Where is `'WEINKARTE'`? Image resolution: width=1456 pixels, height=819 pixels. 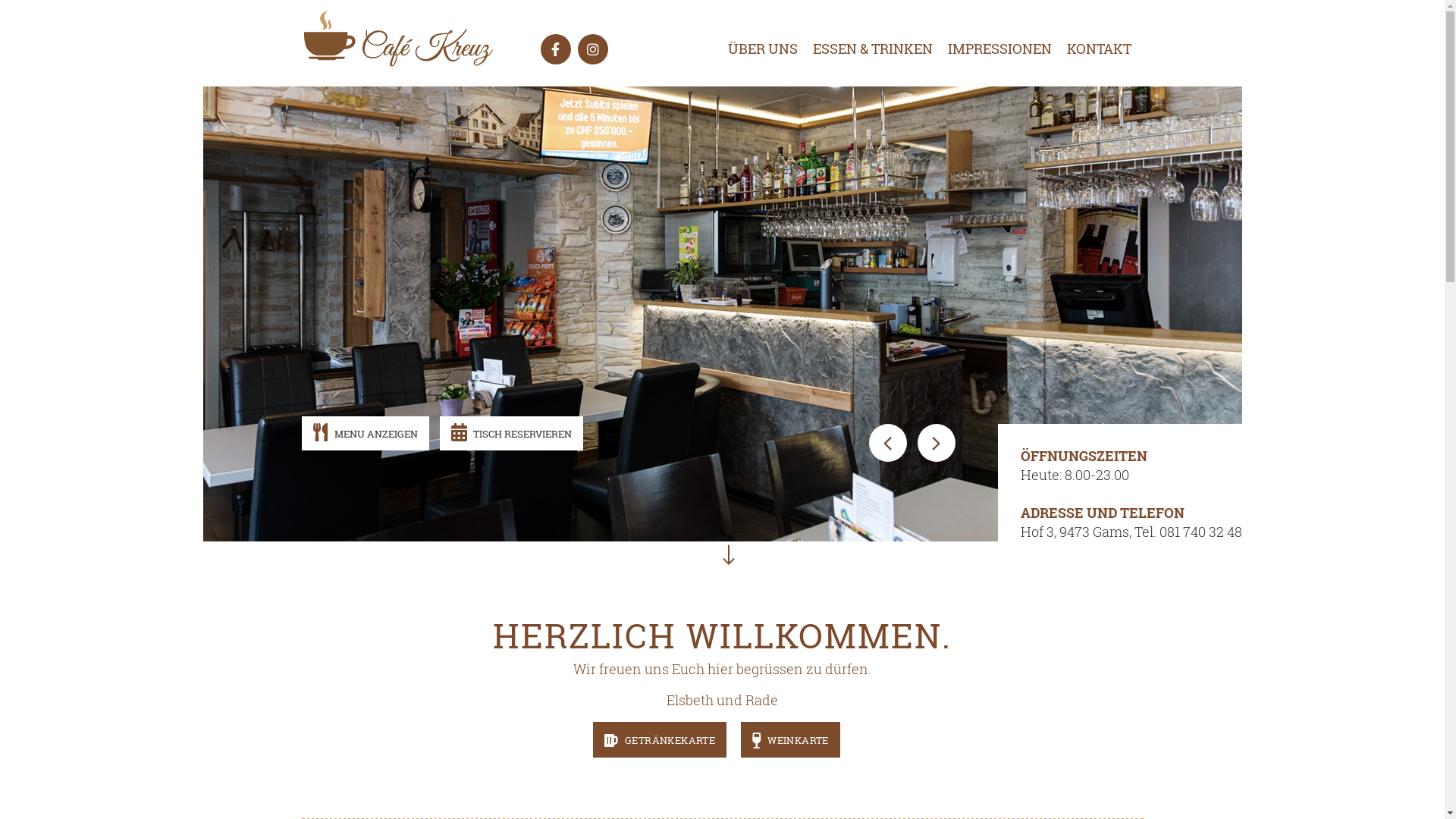 'WEINKARTE' is located at coordinates (789, 739).